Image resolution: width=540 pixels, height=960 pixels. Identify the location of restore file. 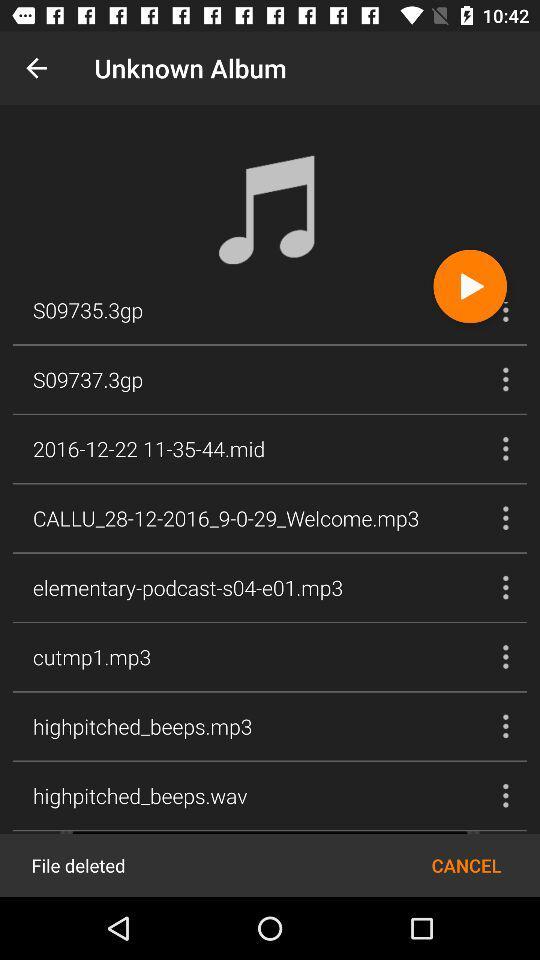
(270, 863).